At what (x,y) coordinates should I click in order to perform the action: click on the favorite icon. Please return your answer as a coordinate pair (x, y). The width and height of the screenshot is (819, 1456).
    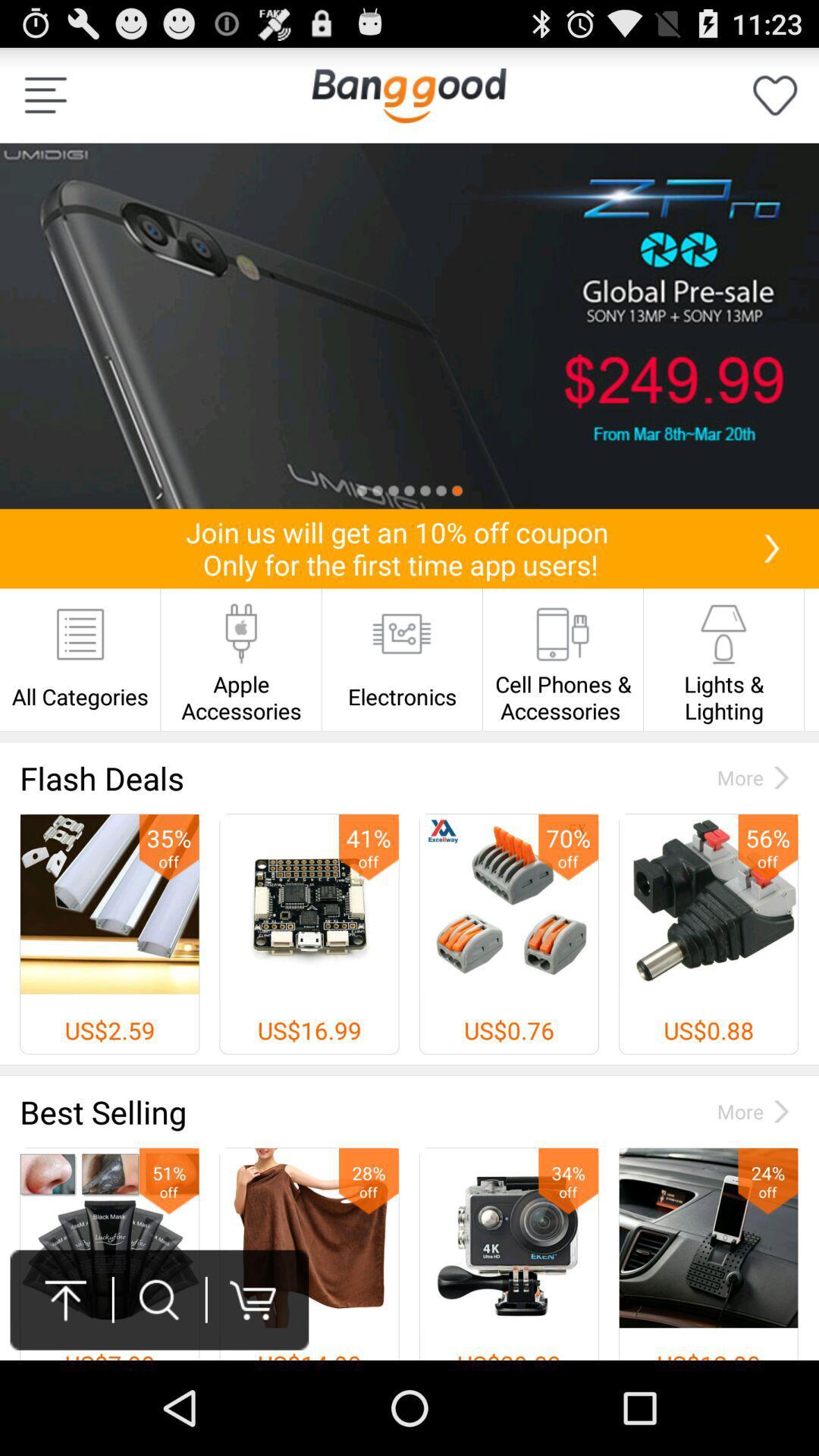
    Looking at the image, I should click on (775, 101).